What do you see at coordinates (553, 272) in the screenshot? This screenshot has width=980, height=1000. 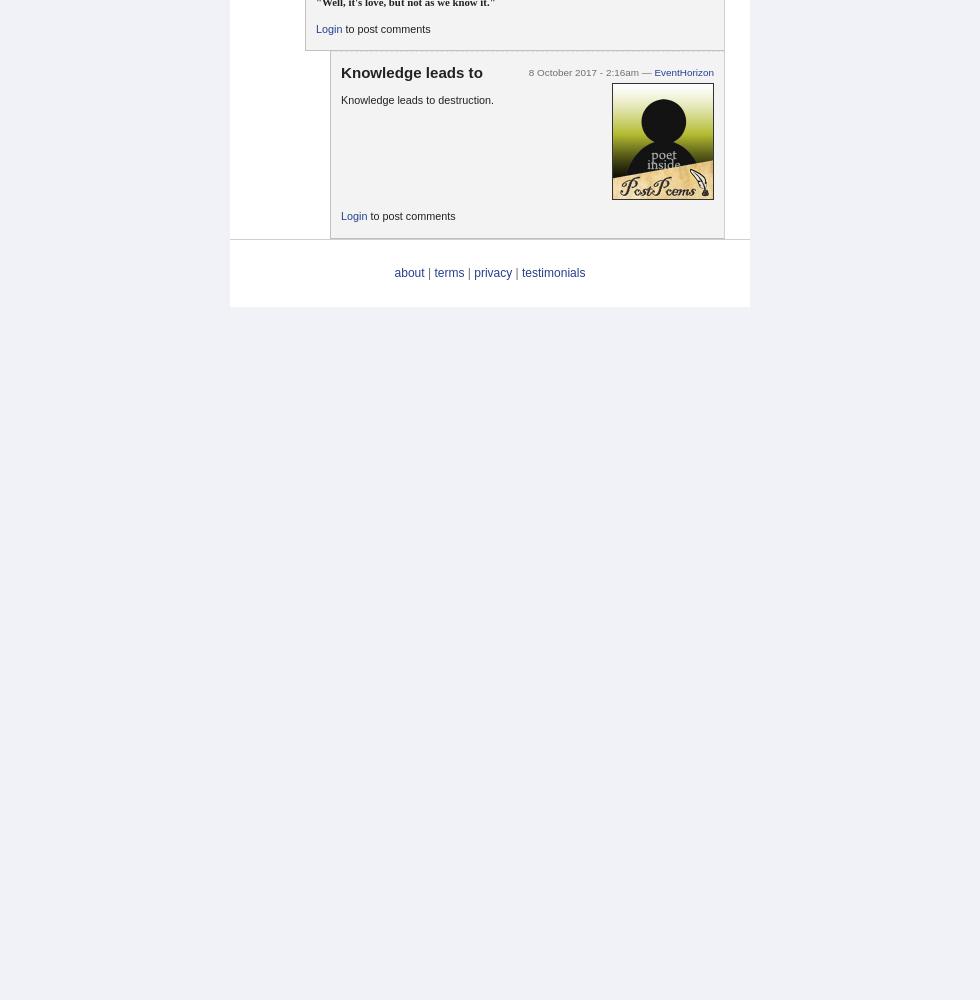 I see `'testimonials'` at bounding box center [553, 272].